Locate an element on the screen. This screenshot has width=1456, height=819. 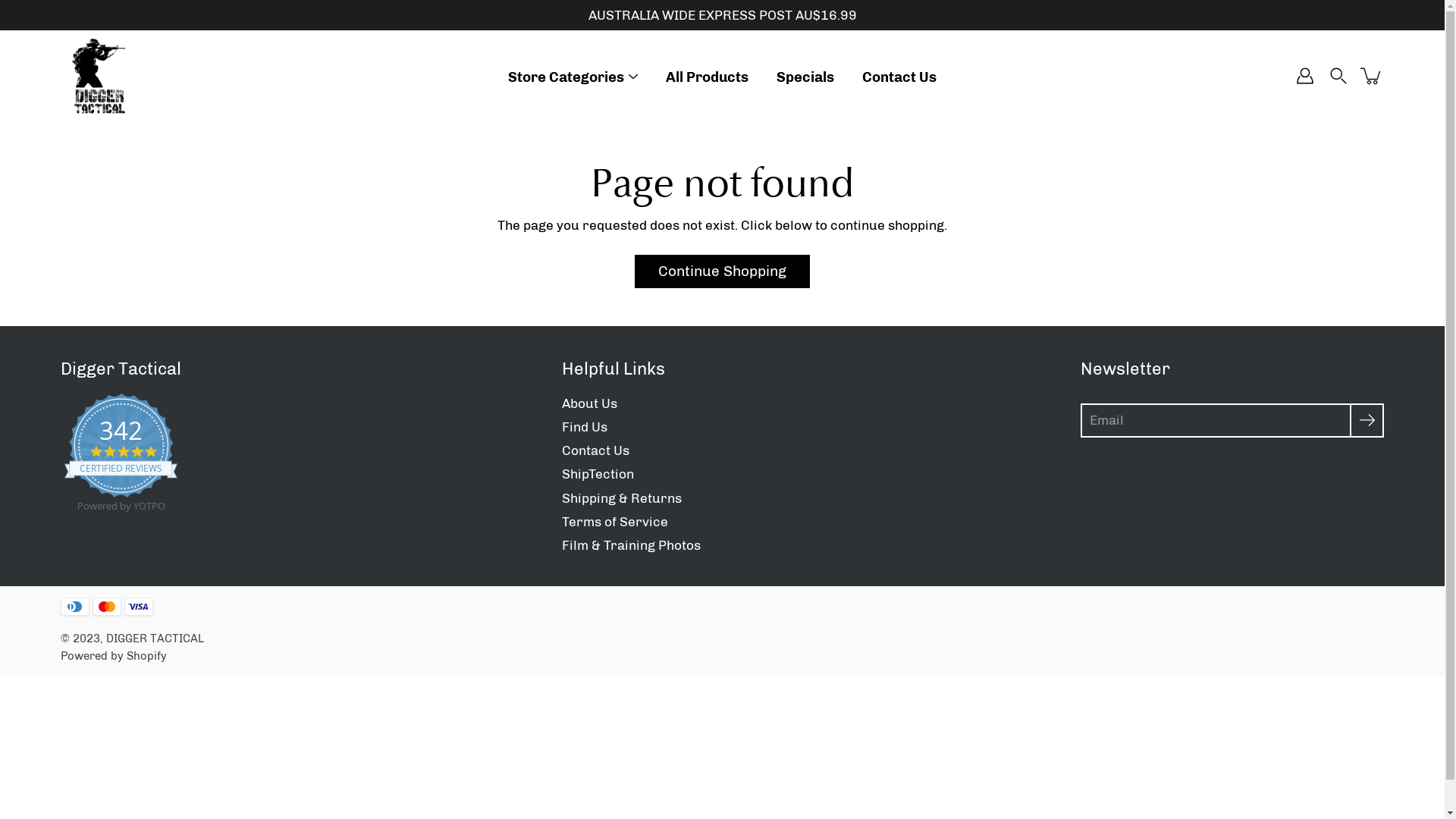
'Contact Us' is located at coordinates (899, 77).